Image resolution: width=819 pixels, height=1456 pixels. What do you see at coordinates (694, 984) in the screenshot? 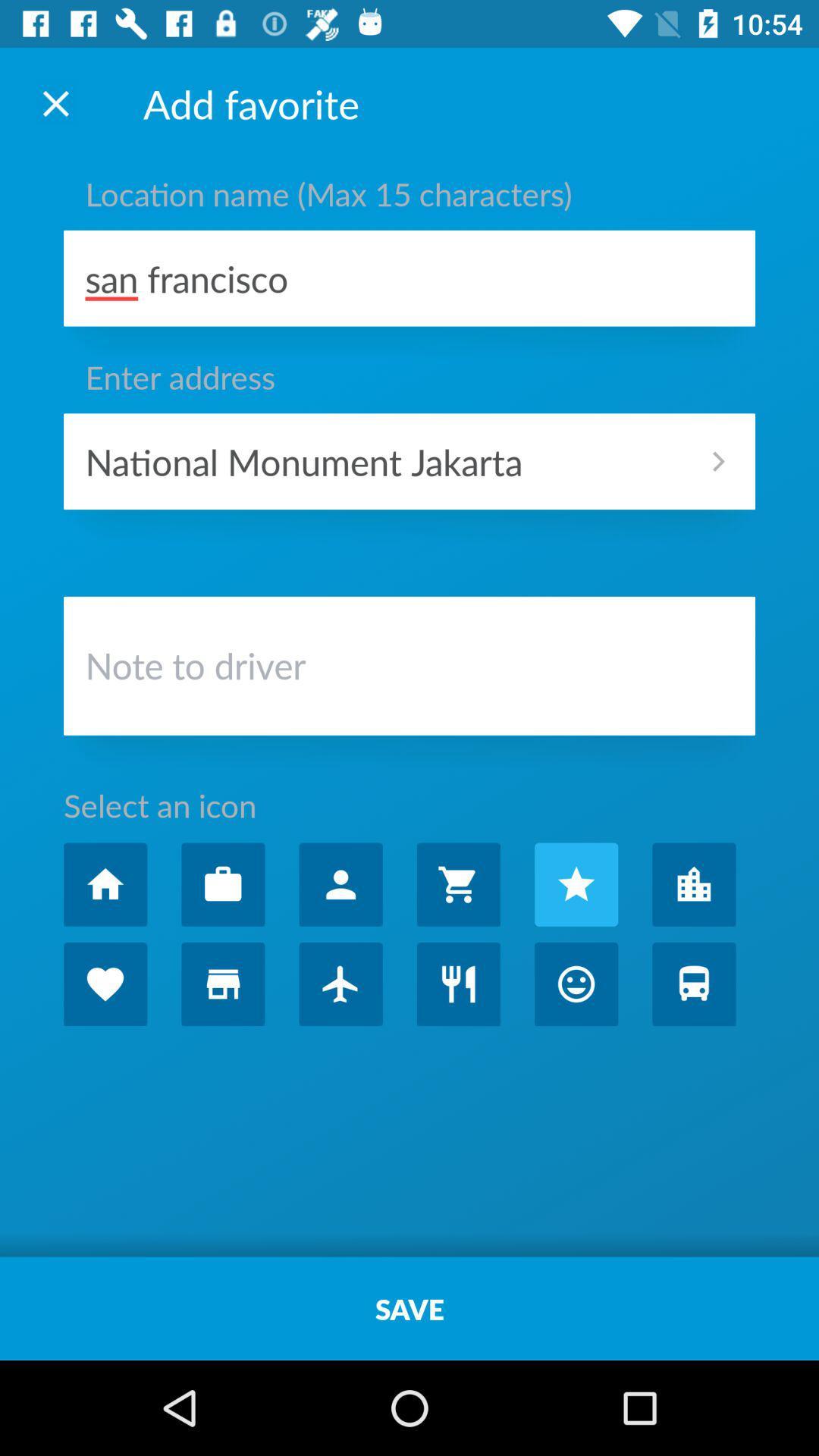
I see `driving directions` at bounding box center [694, 984].